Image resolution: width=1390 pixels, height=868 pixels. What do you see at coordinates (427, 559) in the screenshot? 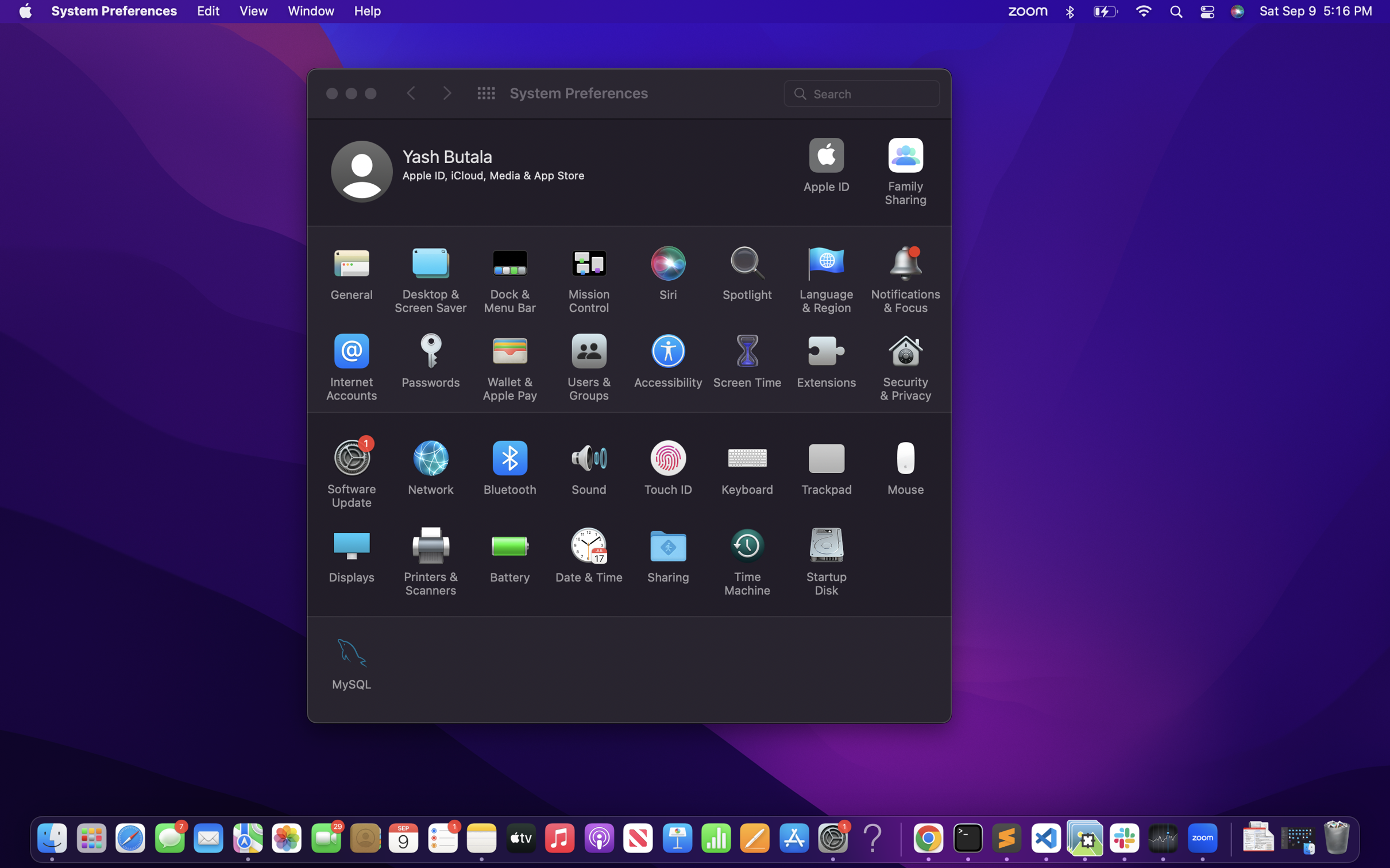
I see `Check the settings to change default printer` at bounding box center [427, 559].